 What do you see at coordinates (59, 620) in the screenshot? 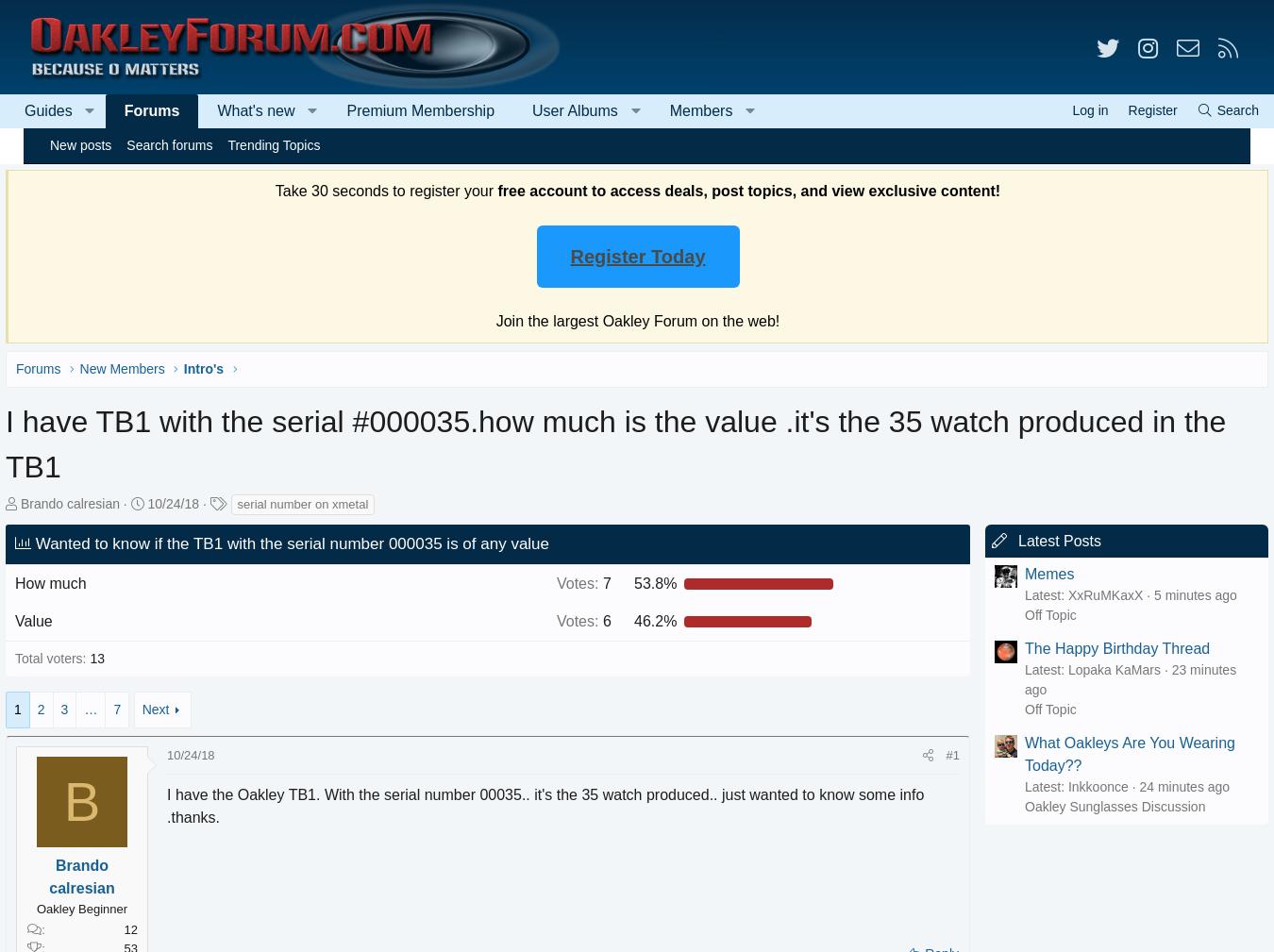
I see `'Value'` at bounding box center [59, 620].